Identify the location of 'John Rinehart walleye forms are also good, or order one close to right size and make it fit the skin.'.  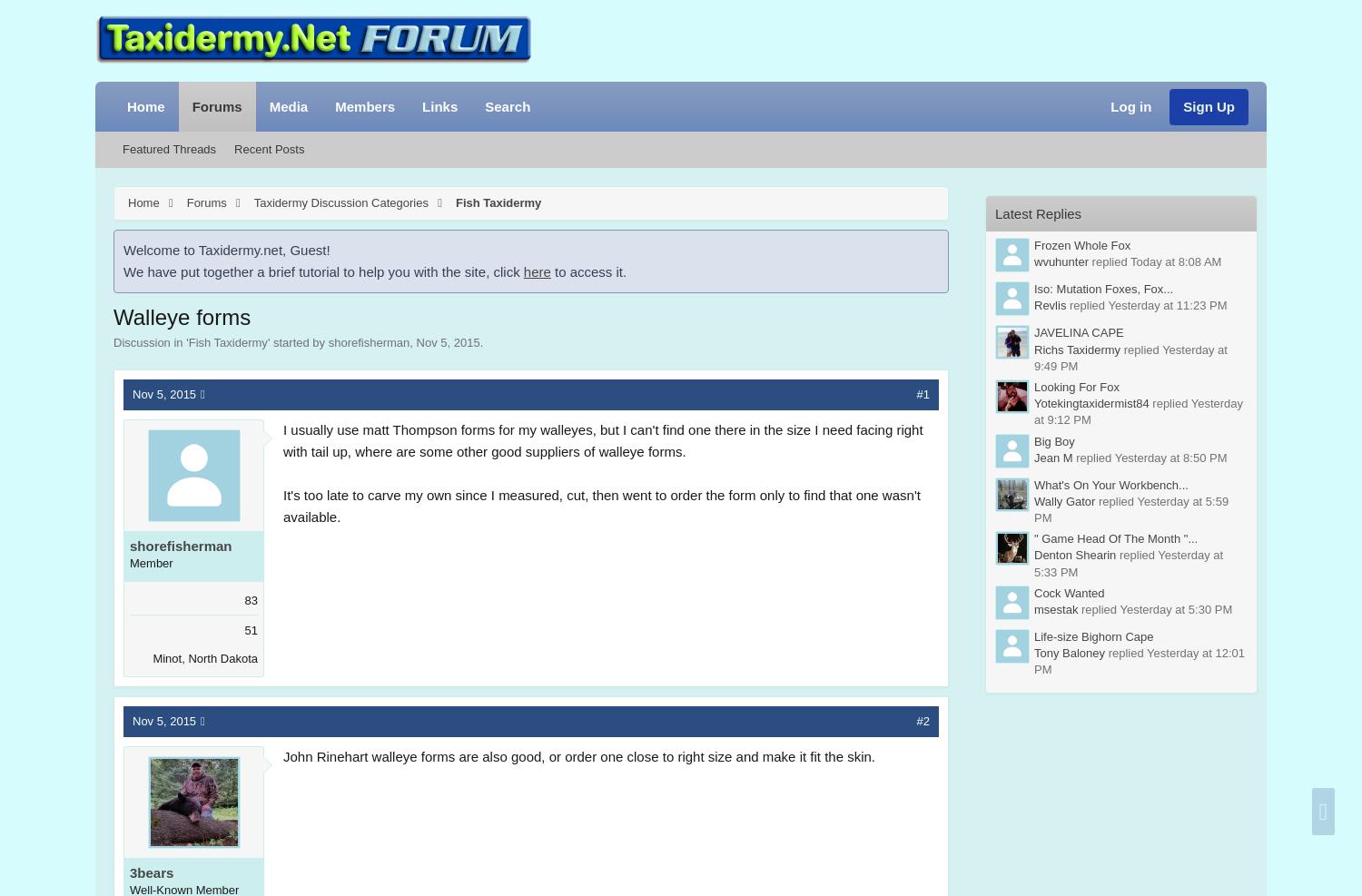
(578, 755).